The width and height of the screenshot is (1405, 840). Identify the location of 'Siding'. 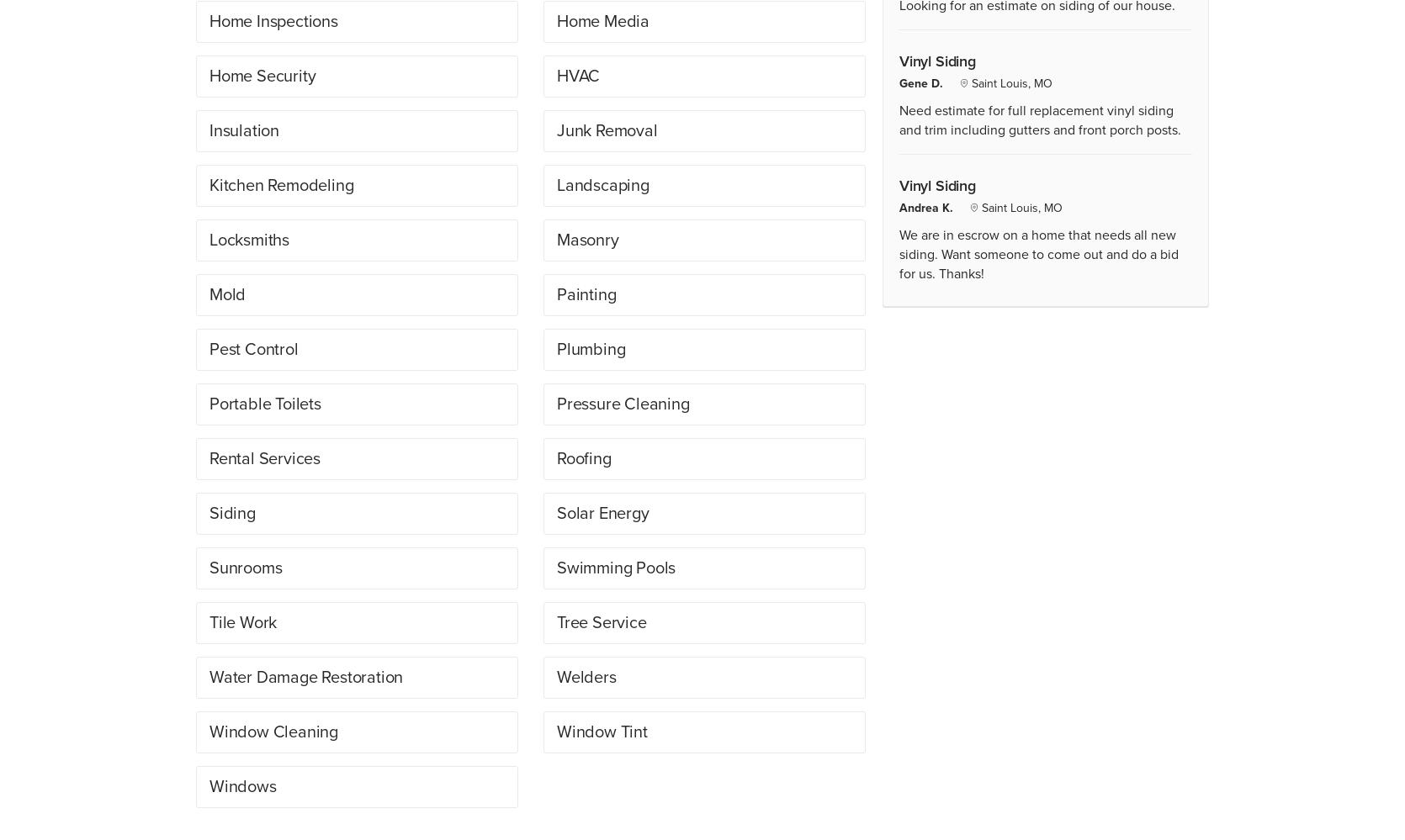
(209, 512).